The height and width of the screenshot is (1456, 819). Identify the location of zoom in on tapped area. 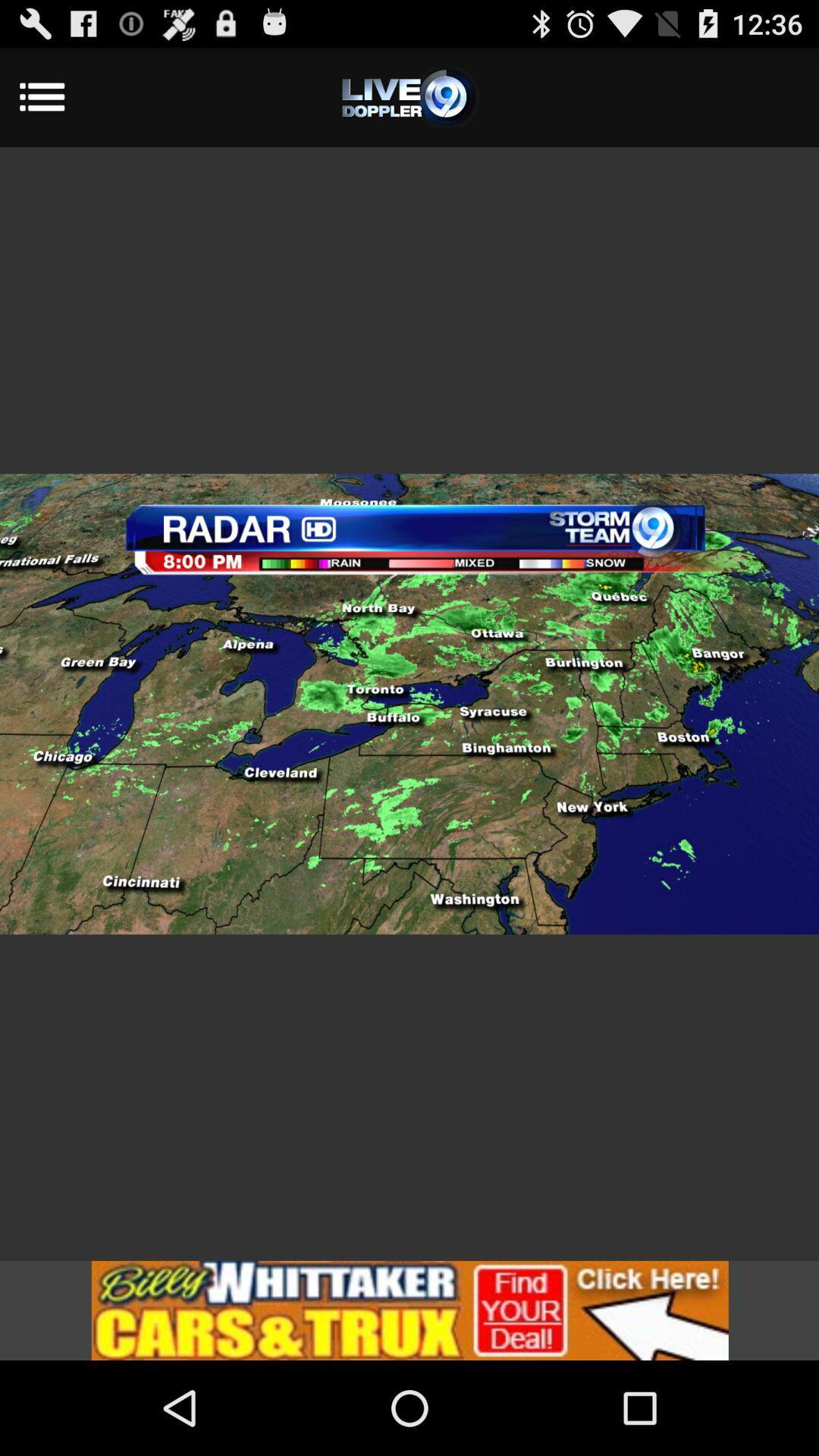
(409, 703).